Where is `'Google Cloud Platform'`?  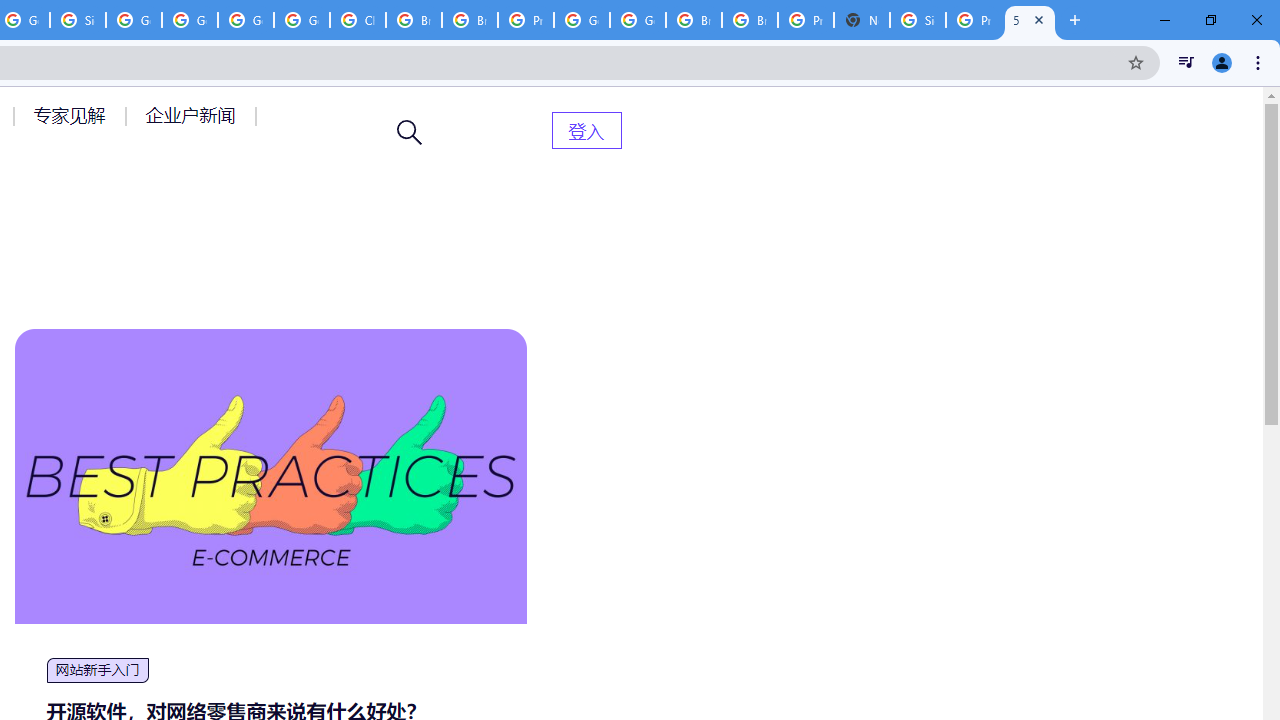
'Google Cloud Platform' is located at coordinates (637, 20).